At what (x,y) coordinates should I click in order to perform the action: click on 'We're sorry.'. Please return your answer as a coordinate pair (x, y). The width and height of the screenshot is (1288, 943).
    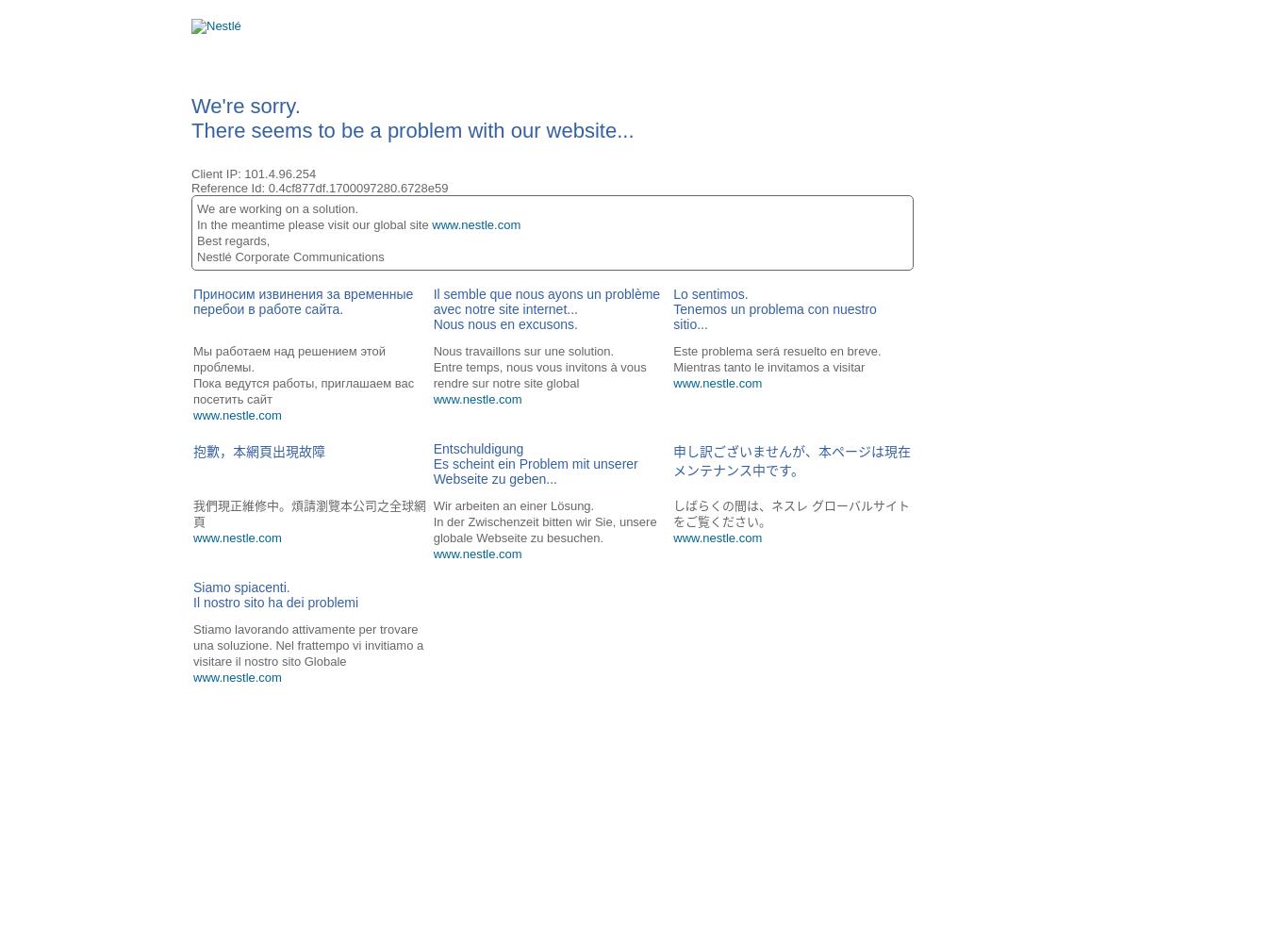
    Looking at the image, I should click on (245, 105).